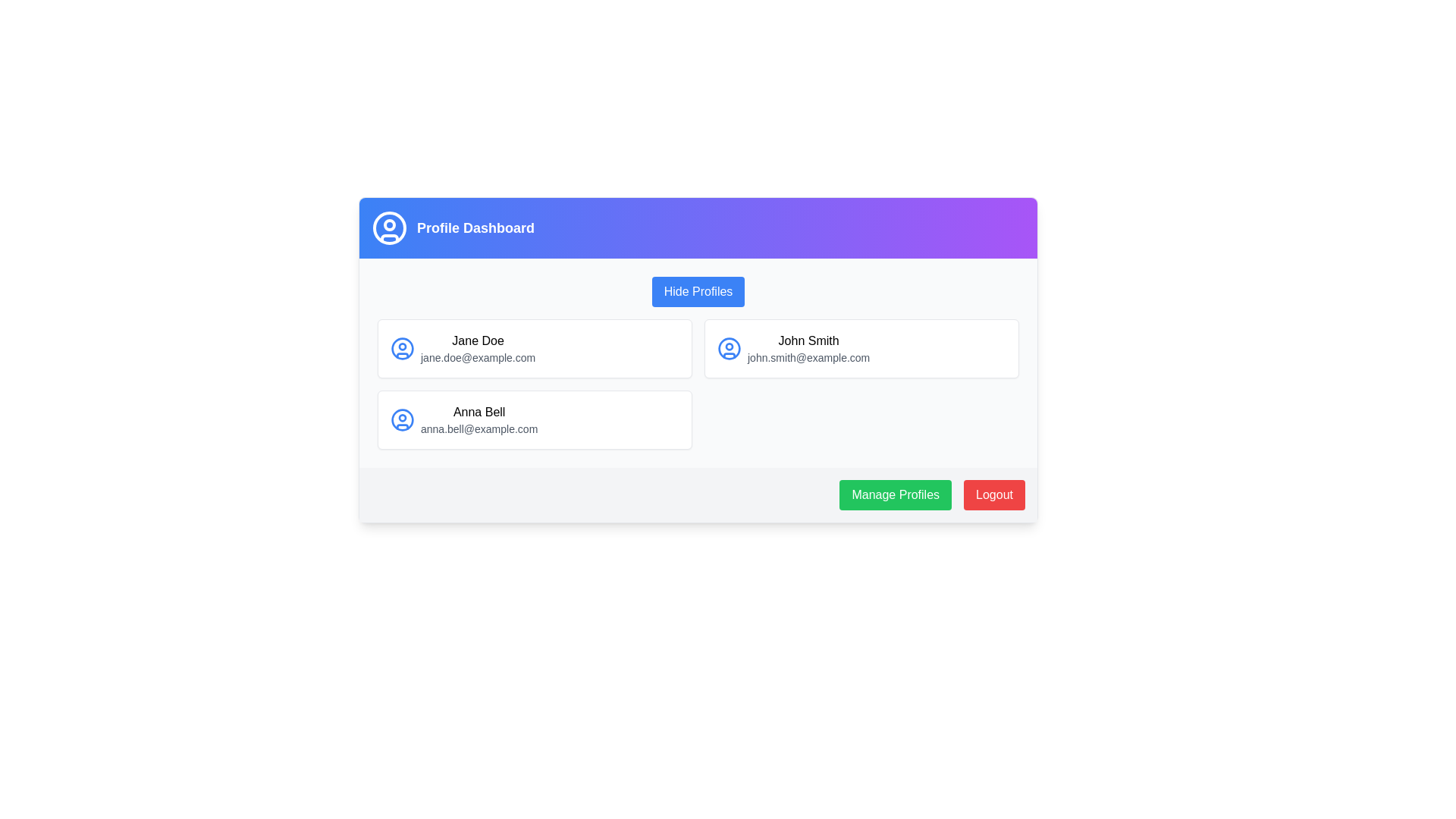  What do you see at coordinates (861, 348) in the screenshot?
I see `the Information Card displaying user profile information for John Smith, which is the second card in the grid layout` at bounding box center [861, 348].